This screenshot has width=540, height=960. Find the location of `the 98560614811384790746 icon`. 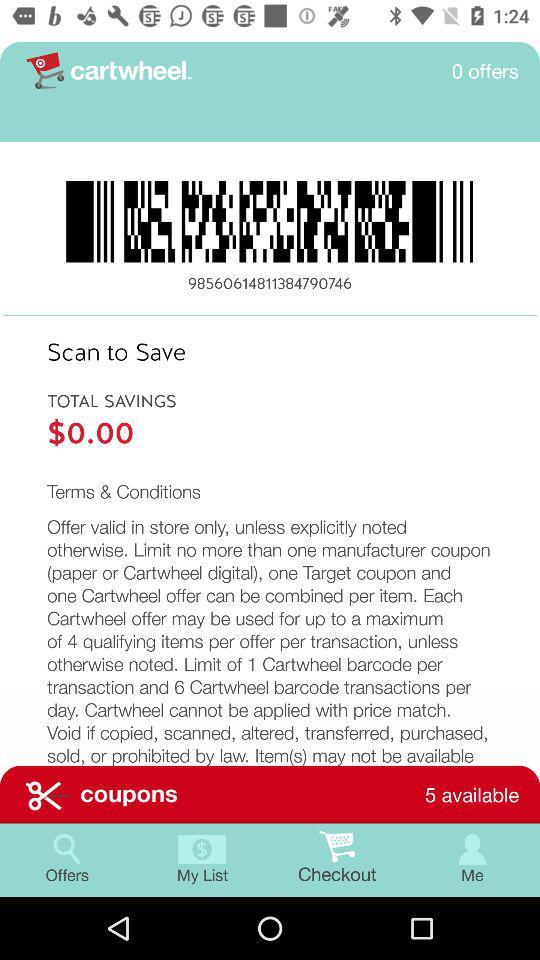

the 98560614811384790746 icon is located at coordinates (270, 282).